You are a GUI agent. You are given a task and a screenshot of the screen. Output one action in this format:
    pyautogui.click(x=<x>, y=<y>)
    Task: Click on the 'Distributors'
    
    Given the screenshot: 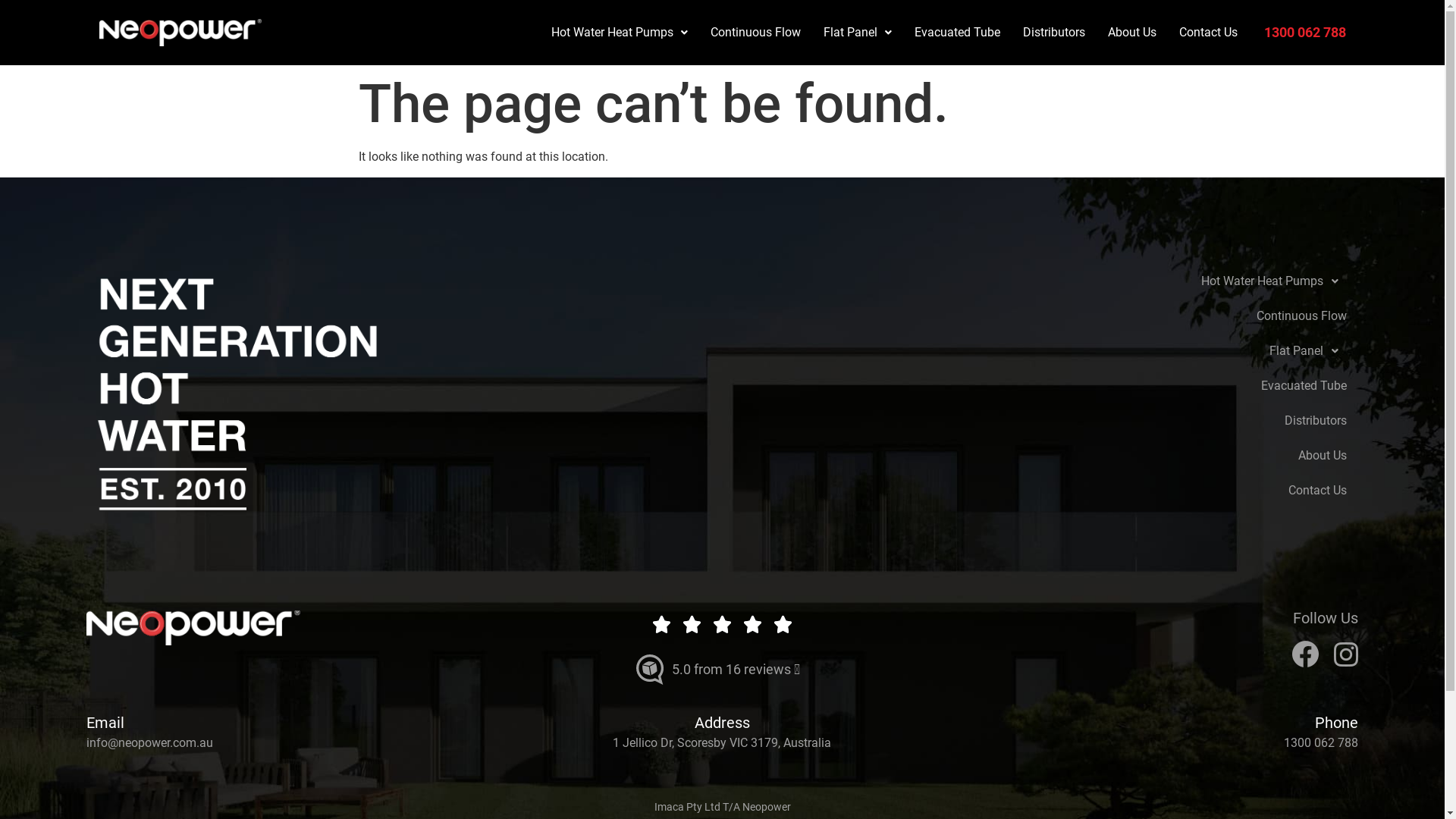 What is the action you would take?
    pyautogui.click(x=1012, y=32)
    